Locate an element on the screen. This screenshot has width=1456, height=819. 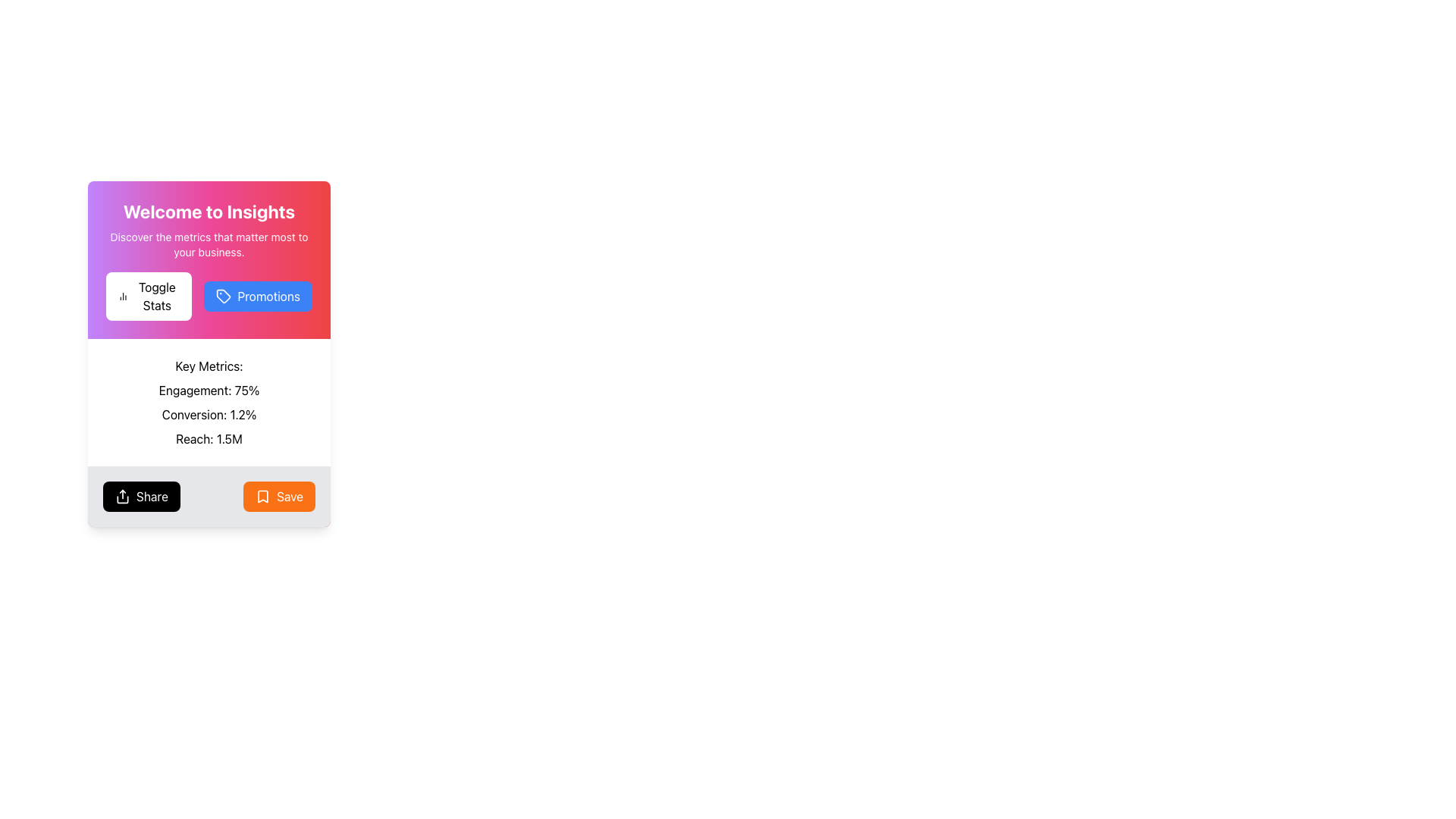
the Text Display element that shows the engagement percentage metric, located in the 'Key Metrics:' section, above 'Conversion: 1.2%' and 'Reach: 1.5M' is located at coordinates (208, 390).